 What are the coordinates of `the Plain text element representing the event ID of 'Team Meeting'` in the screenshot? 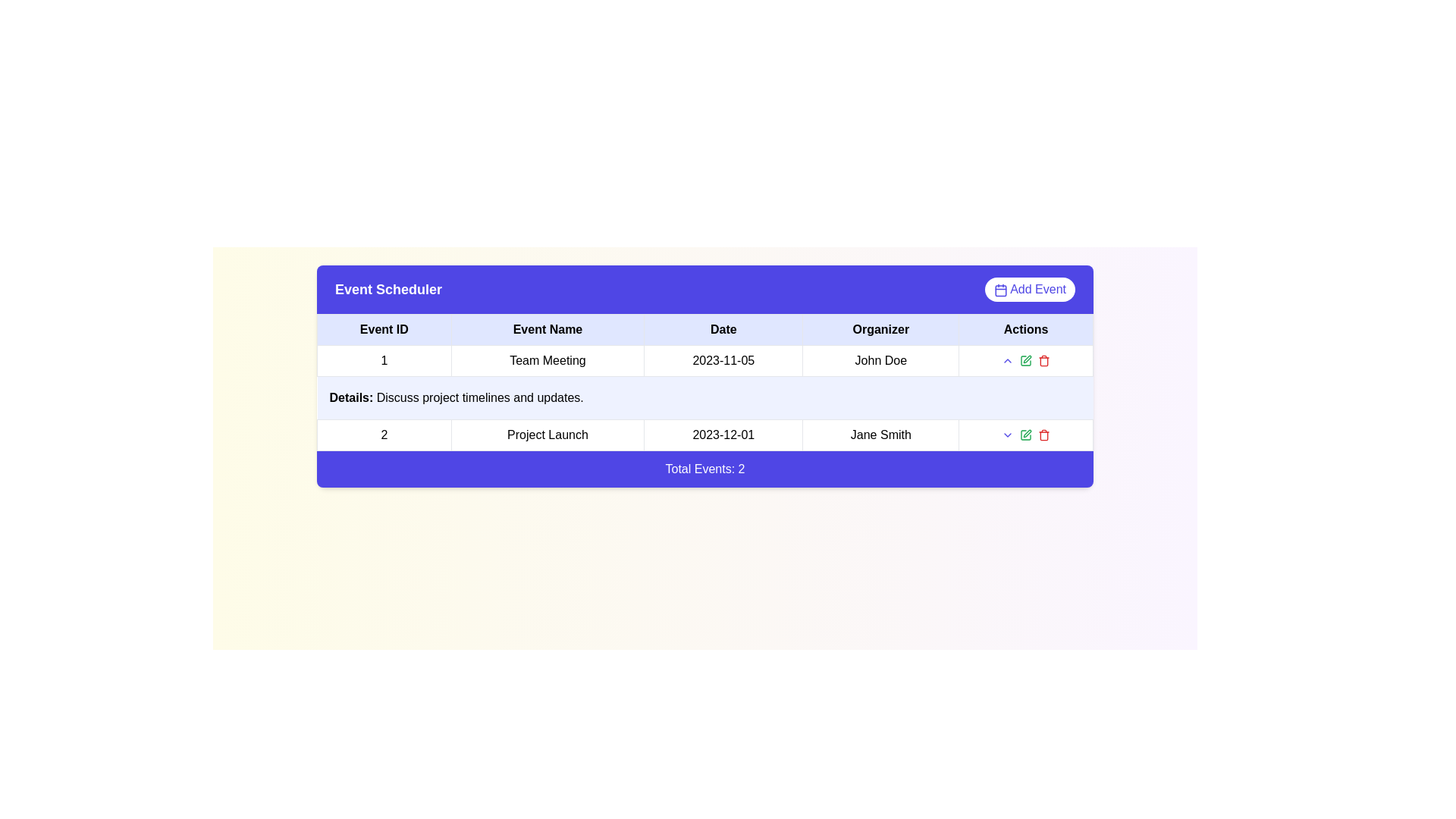 It's located at (384, 360).